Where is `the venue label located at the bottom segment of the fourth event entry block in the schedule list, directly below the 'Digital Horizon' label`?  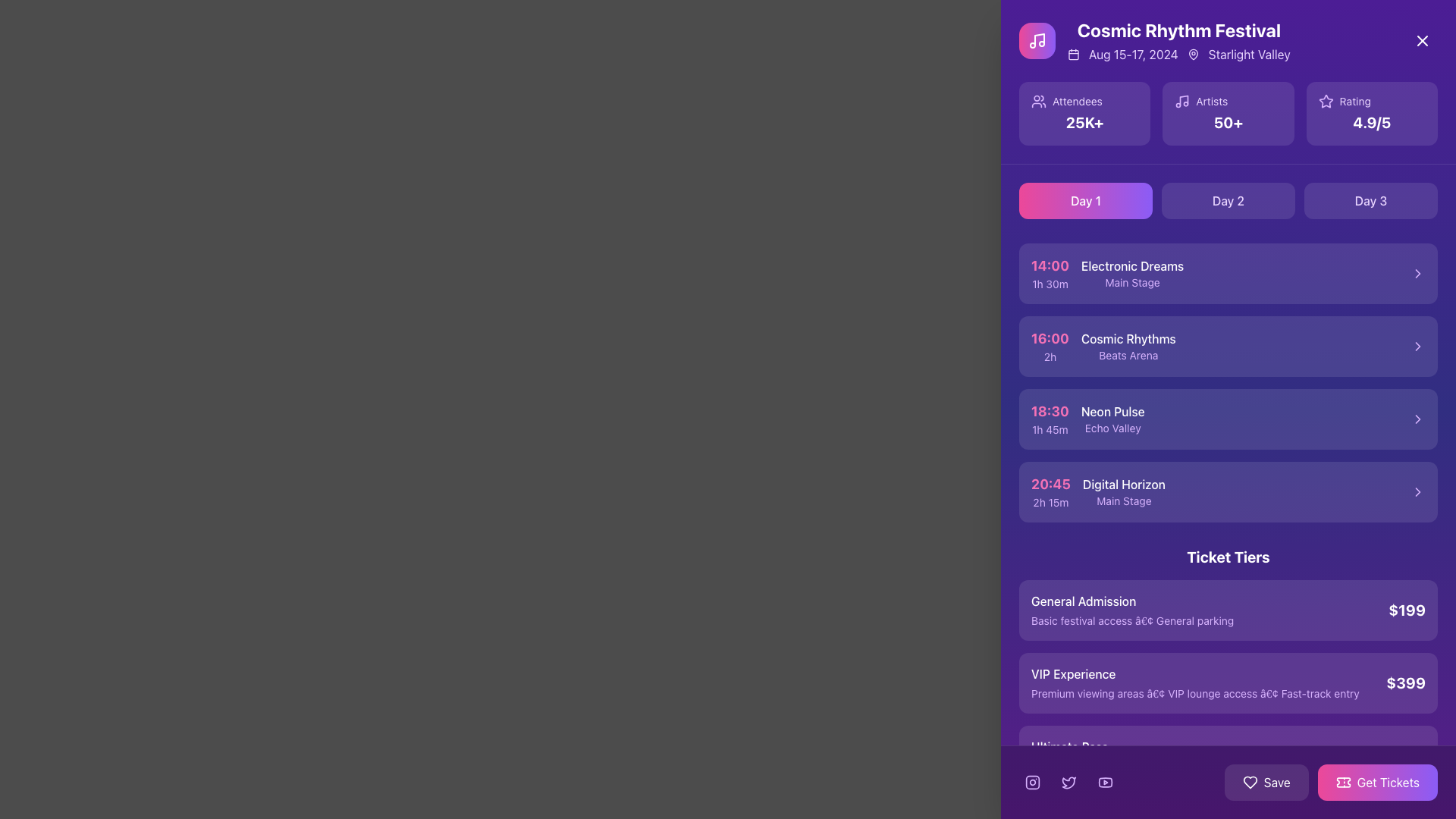
the venue label located at the bottom segment of the fourth event entry block in the schedule list, directly below the 'Digital Horizon' label is located at coordinates (1124, 500).